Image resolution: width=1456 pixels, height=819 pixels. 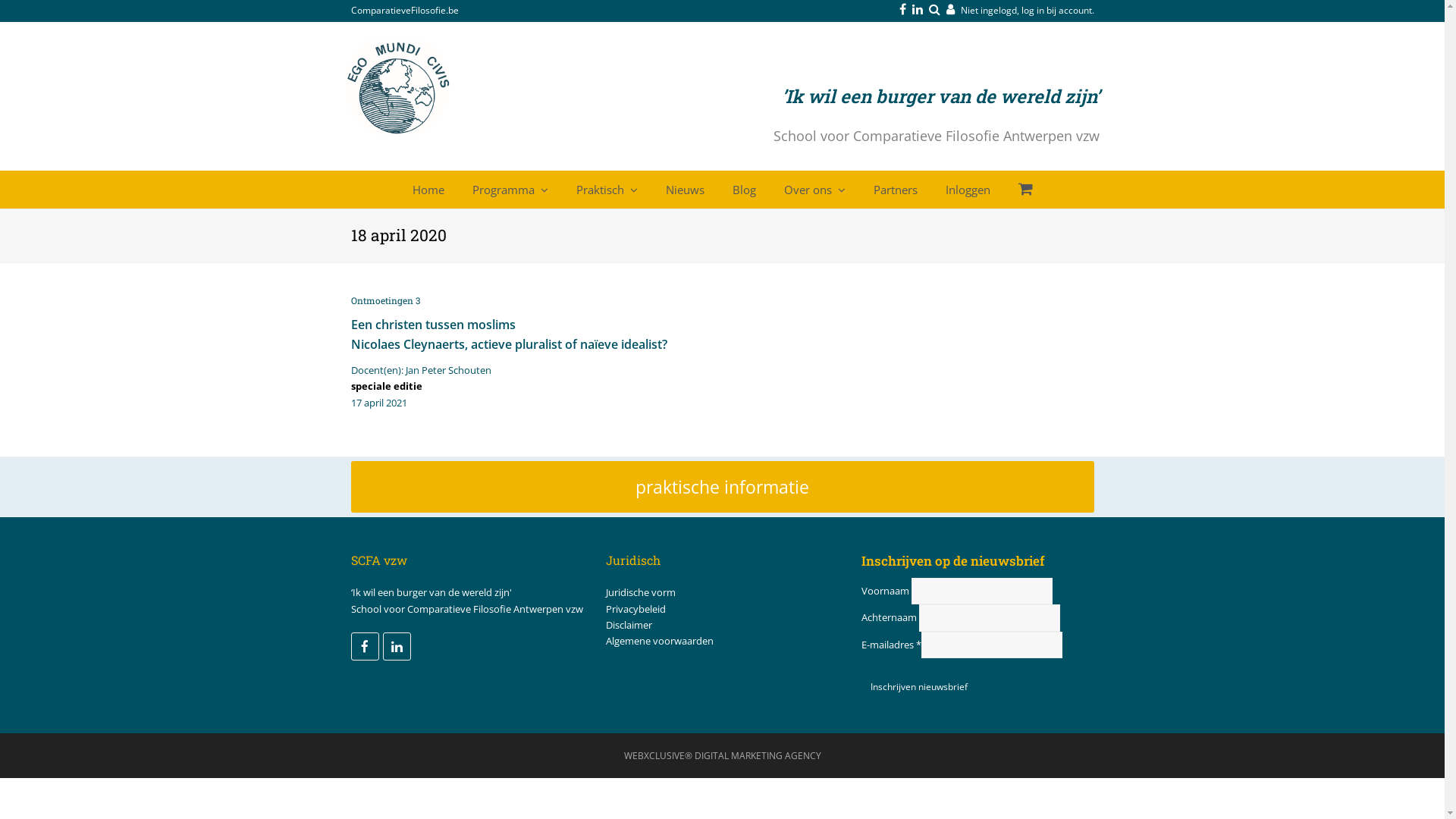 I want to click on 'Over ons', so click(x=813, y=189).